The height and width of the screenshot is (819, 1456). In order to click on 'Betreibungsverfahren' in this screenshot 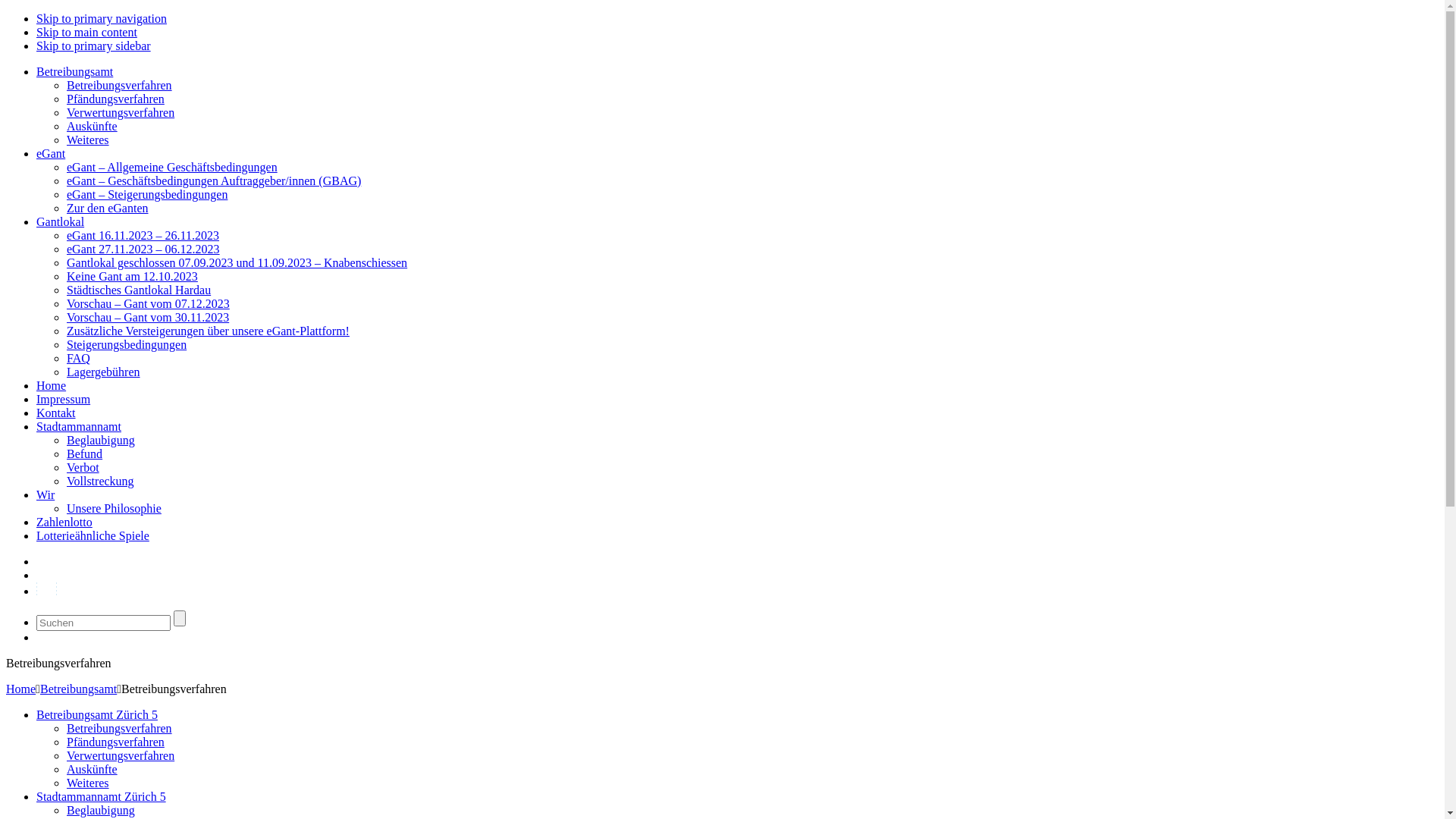, I will do `click(65, 727)`.